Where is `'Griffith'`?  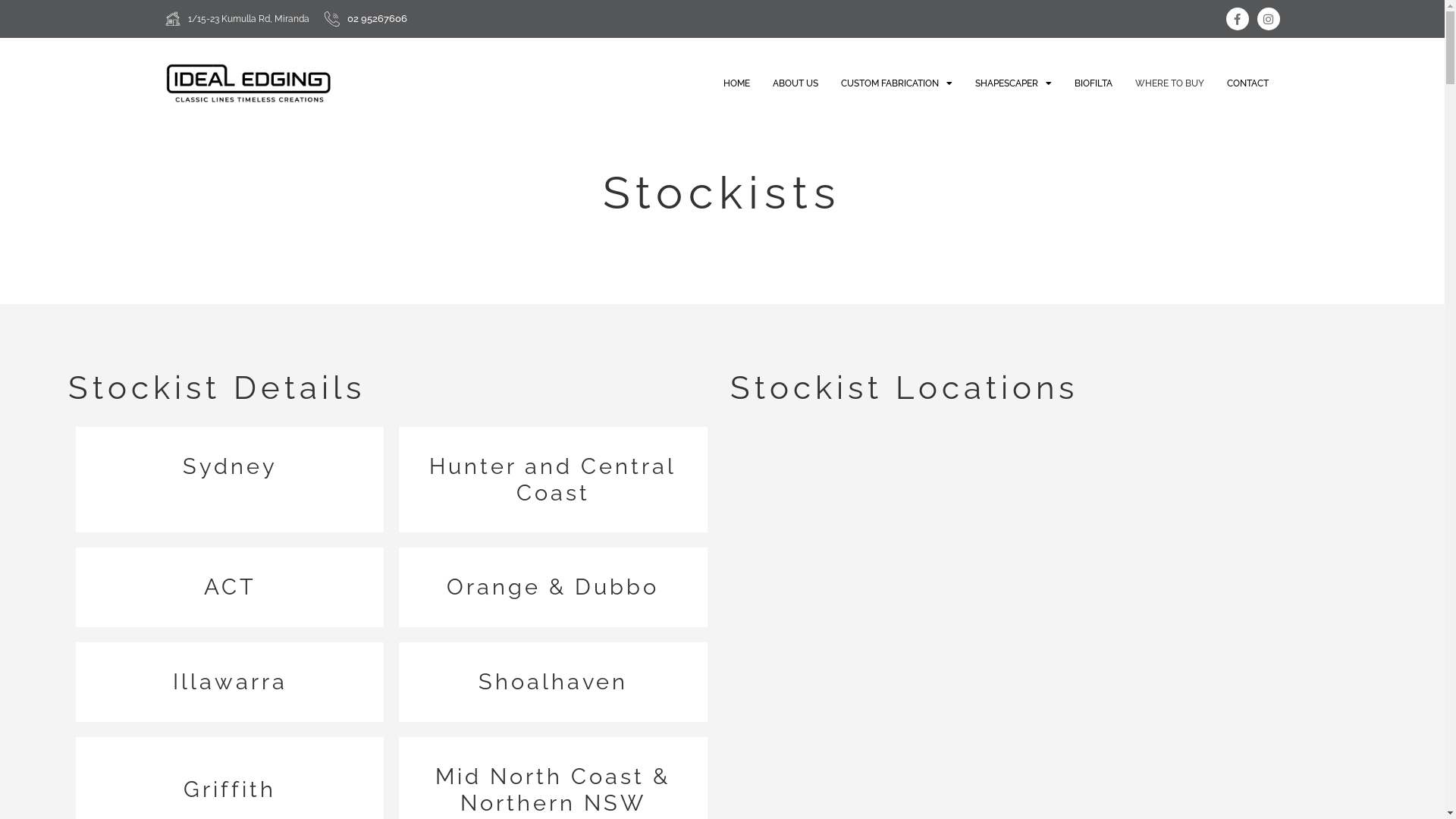 'Griffith' is located at coordinates (228, 789).